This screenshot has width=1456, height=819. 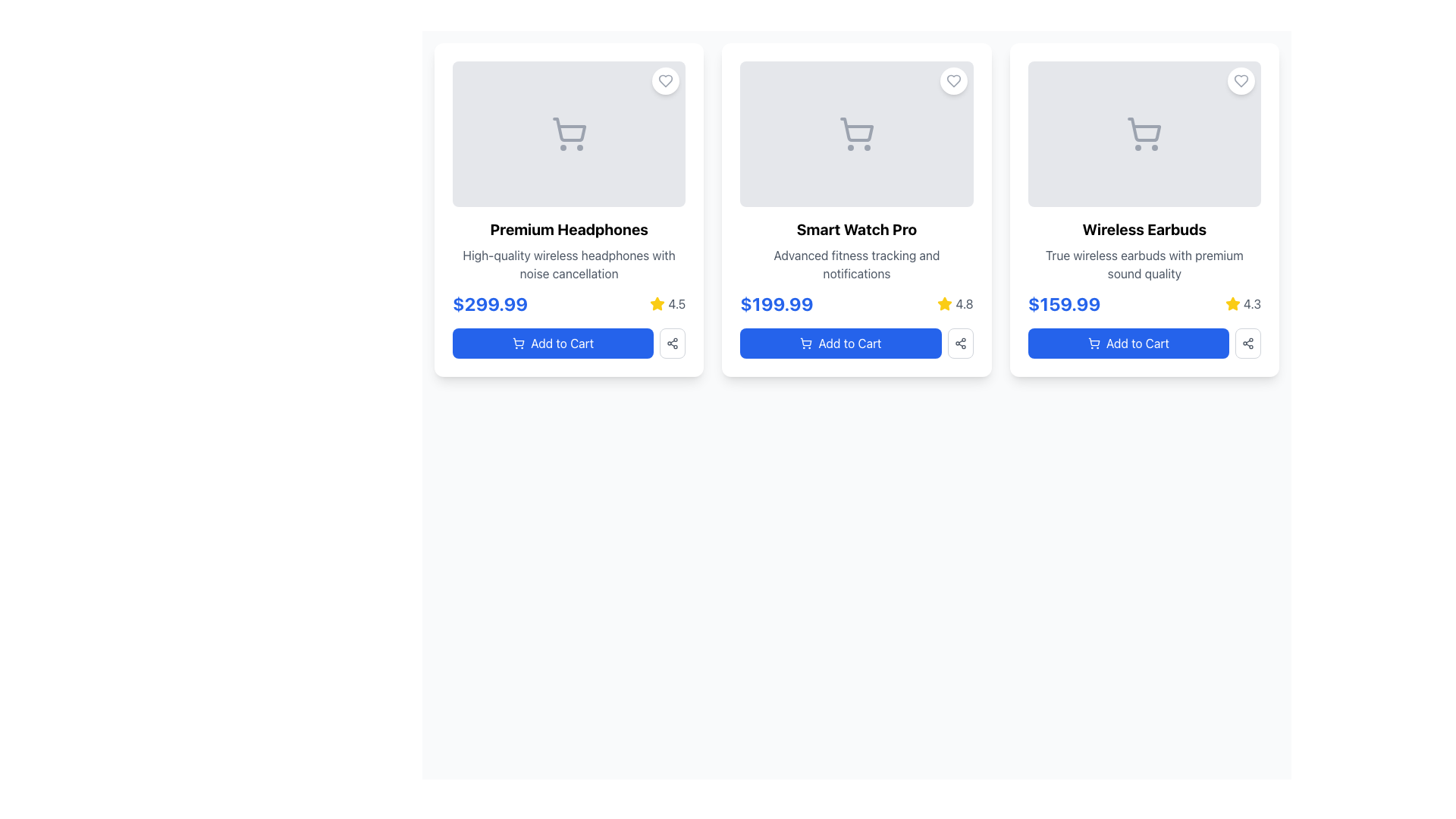 What do you see at coordinates (1248, 343) in the screenshot?
I see `the button resembling a three-node network or share symbol, located in the third card under the star rating and to the right of the 'Add to Cart' button` at bounding box center [1248, 343].